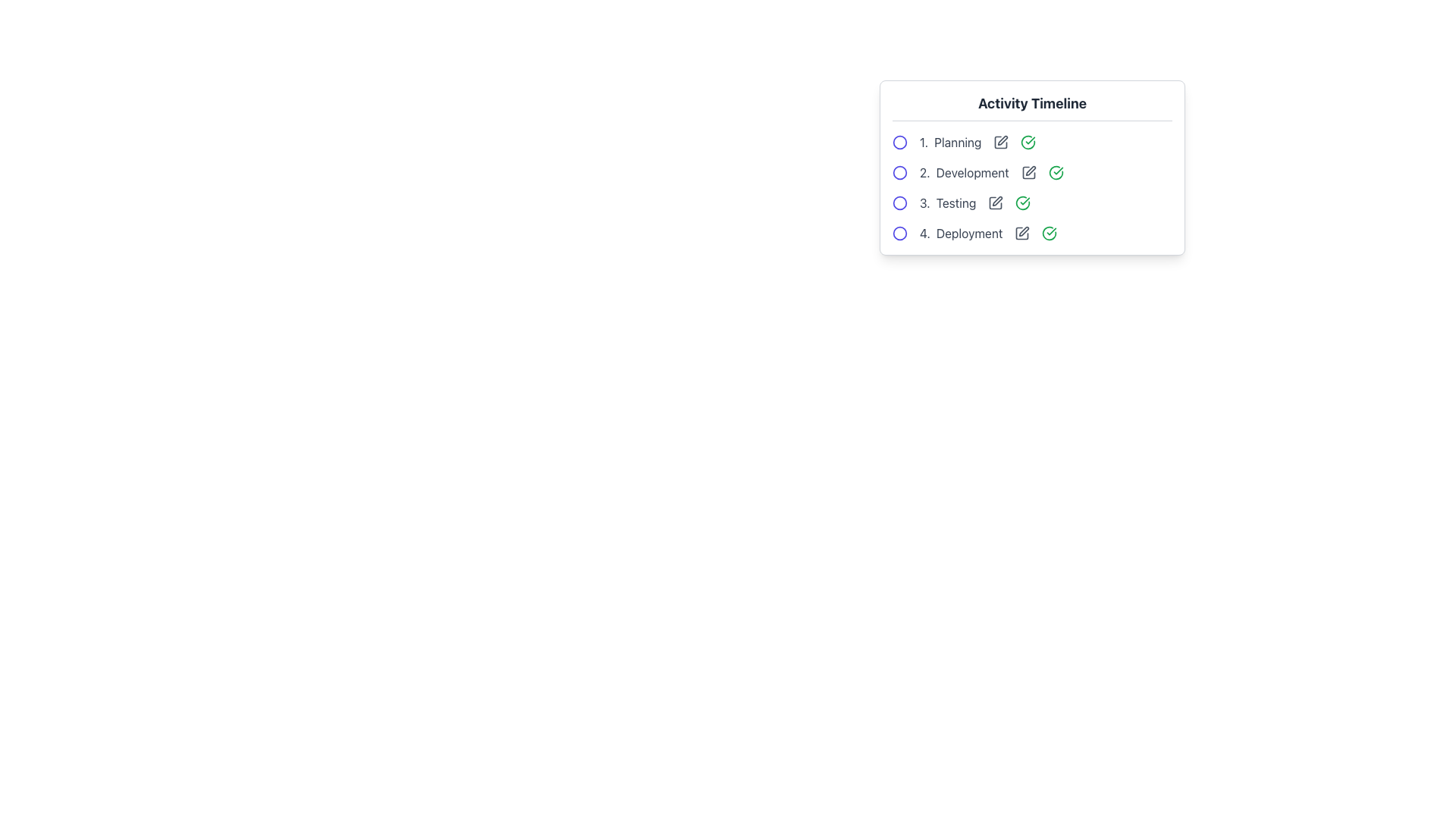 Image resolution: width=1456 pixels, height=819 pixels. What do you see at coordinates (960, 234) in the screenshot?
I see `the text label for the fourth step in the timeline titled 'Deployment', which is positioned between a circular icon on the left and a checkbox on the right` at bounding box center [960, 234].